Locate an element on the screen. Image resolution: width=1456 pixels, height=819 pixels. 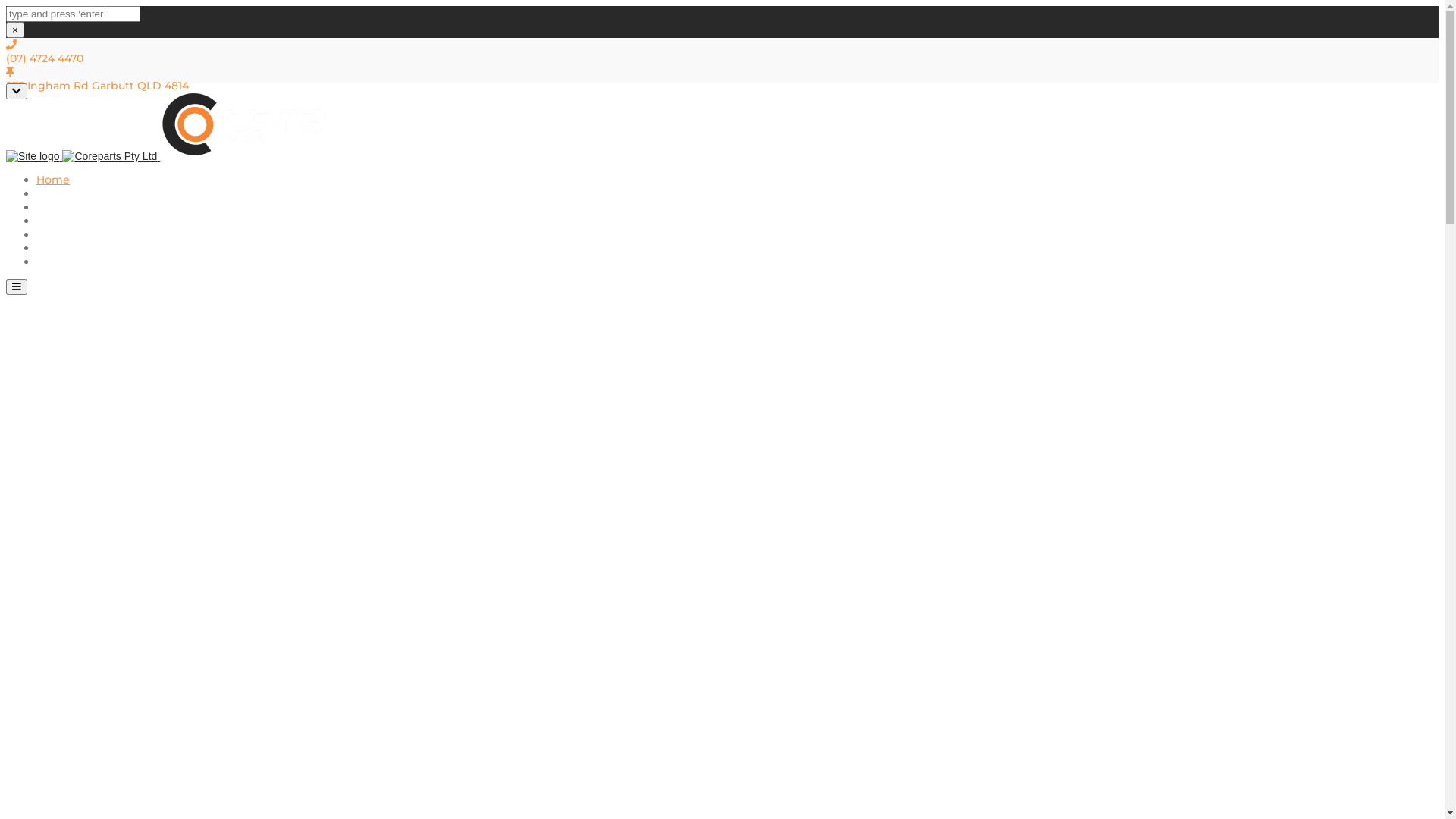
'Surplus Parts' is located at coordinates (36, 247).